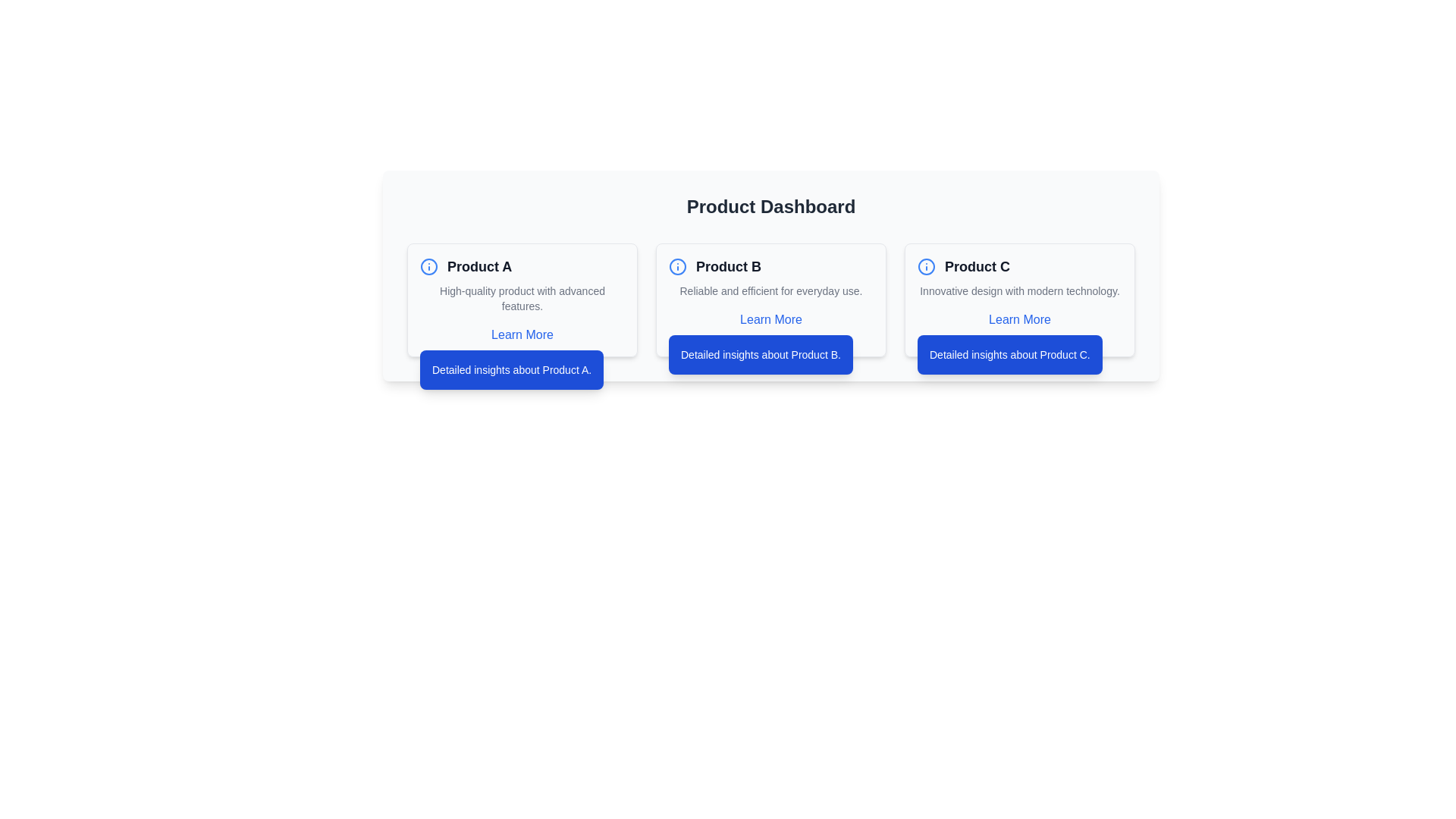 The image size is (1456, 819). Describe the element at coordinates (770, 318) in the screenshot. I see `the 'Learn More' hyperlink styled in blue, located beneath the description of 'Product B' and above the 'Detailed insights about Product B.' button` at that location.